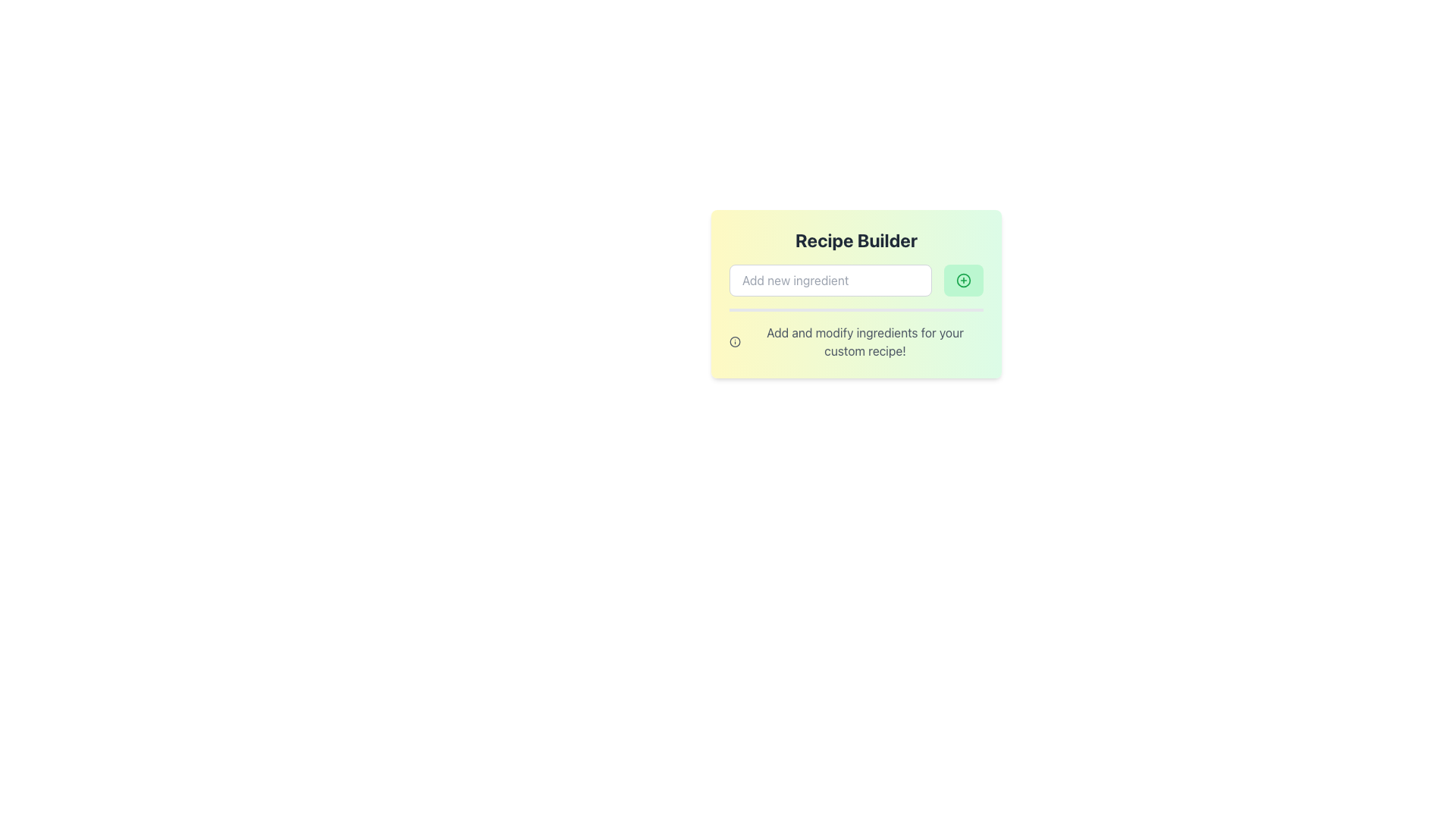  What do you see at coordinates (735, 342) in the screenshot?
I see `the outermost circle of the 'info' icon located in the lower-left corner of the 'Recipe Builder' card` at bounding box center [735, 342].